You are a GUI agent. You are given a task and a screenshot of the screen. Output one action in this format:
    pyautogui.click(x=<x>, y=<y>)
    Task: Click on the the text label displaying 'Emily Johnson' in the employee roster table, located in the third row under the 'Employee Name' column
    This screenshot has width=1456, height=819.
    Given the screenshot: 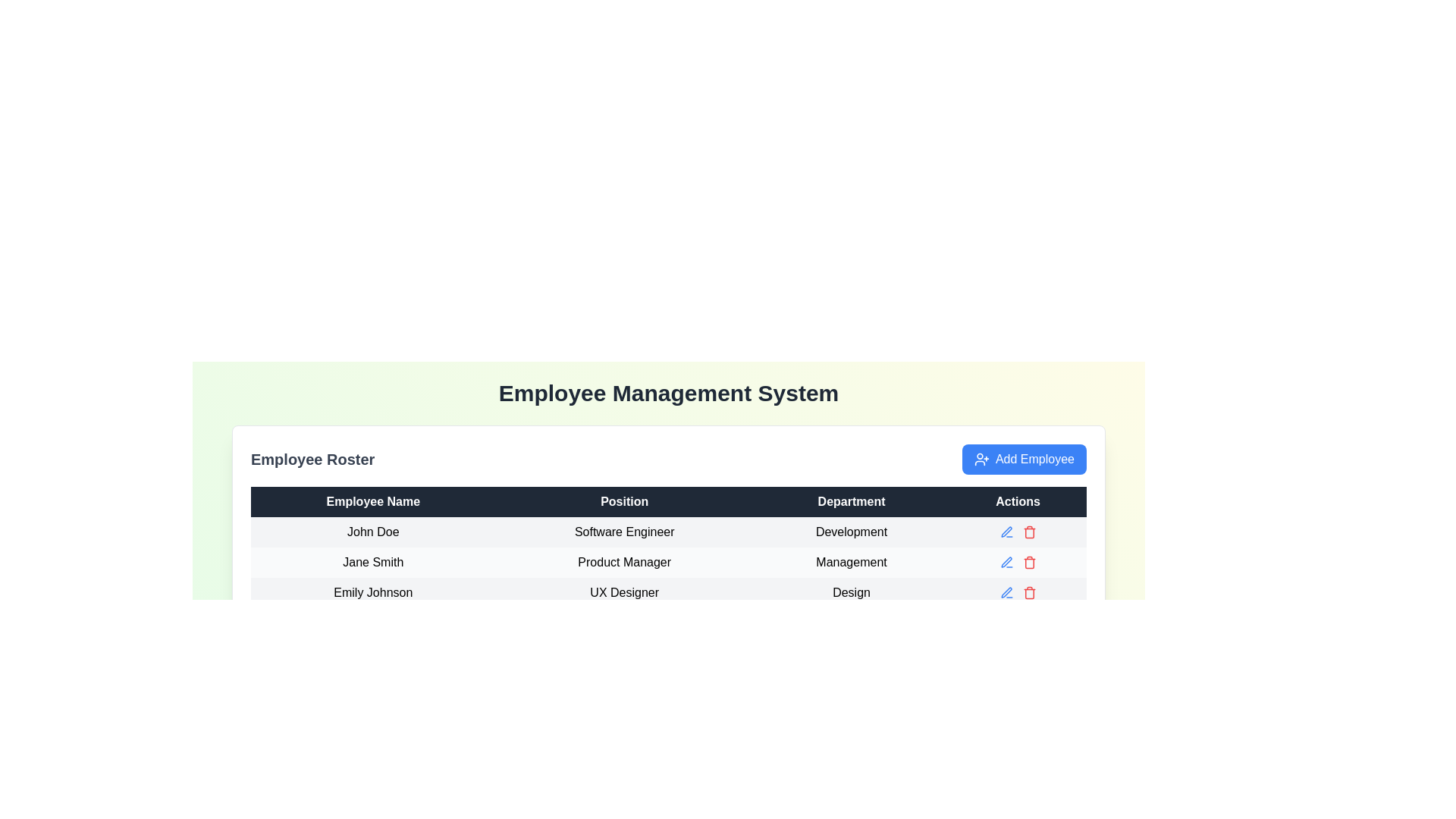 What is the action you would take?
    pyautogui.click(x=373, y=592)
    